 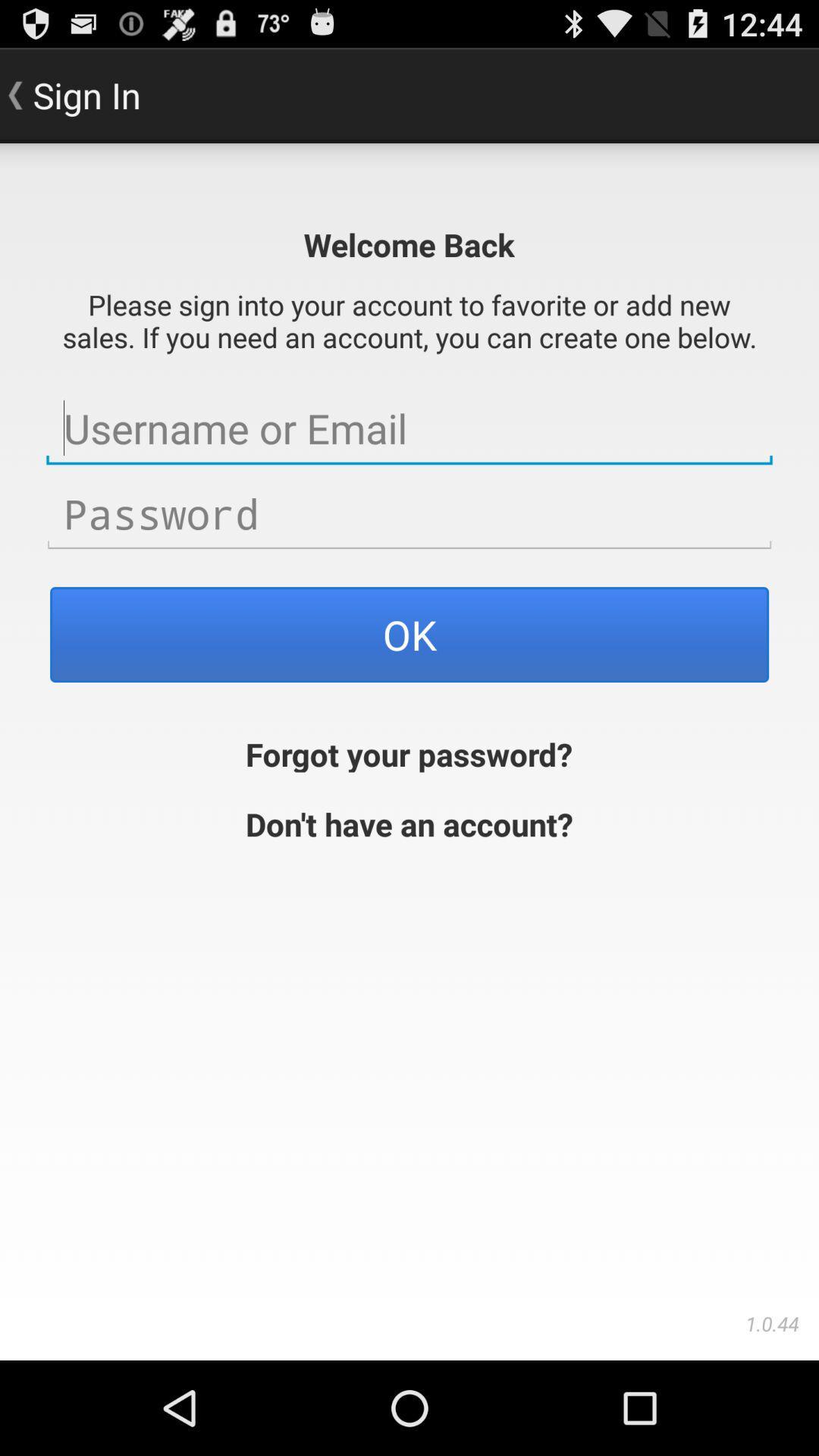 What do you see at coordinates (409, 821) in the screenshot?
I see `the icon below forgot your password?` at bounding box center [409, 821].